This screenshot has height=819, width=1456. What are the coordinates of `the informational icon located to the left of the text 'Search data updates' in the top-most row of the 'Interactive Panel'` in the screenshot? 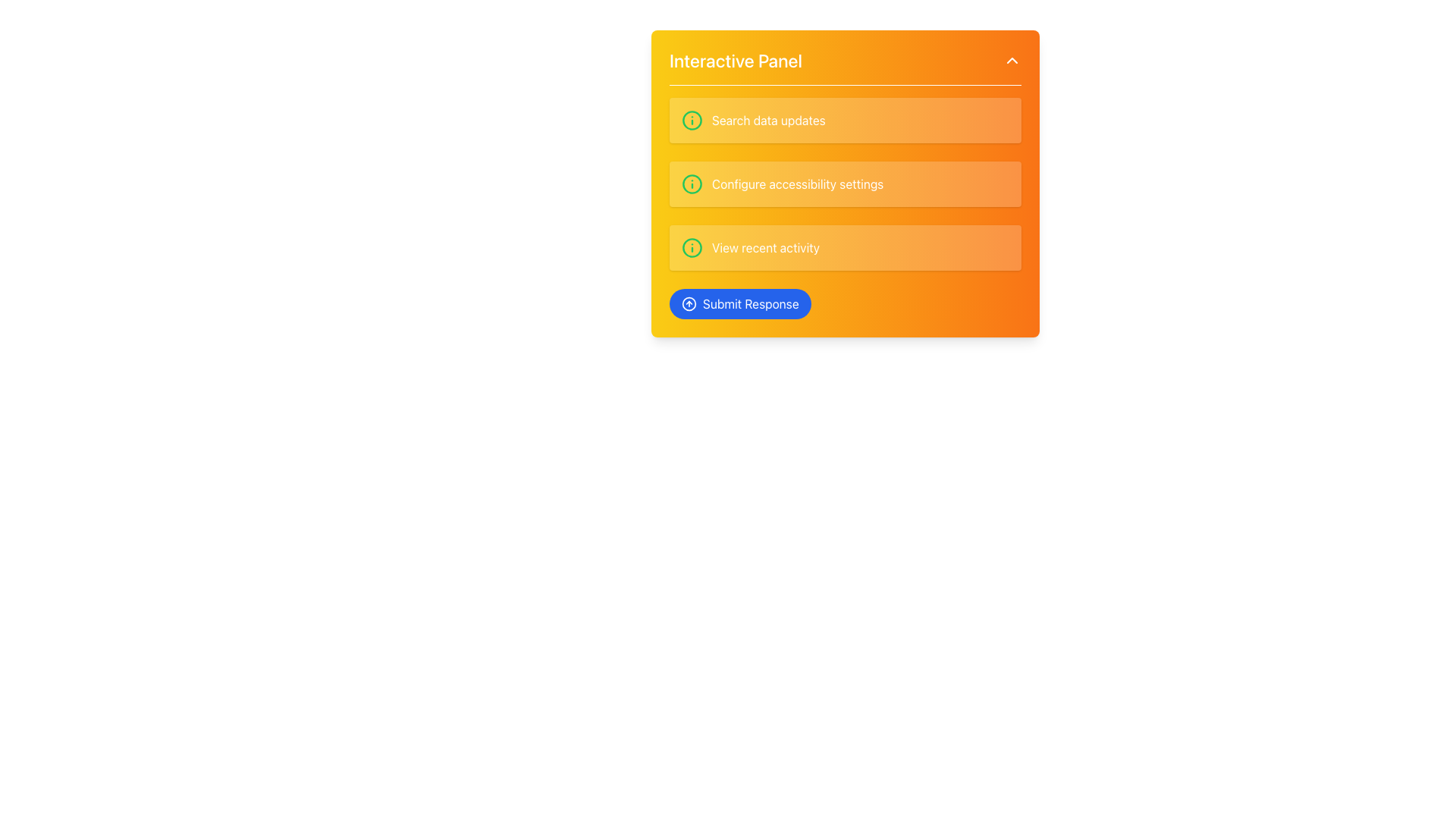 It's located at (691, 119).